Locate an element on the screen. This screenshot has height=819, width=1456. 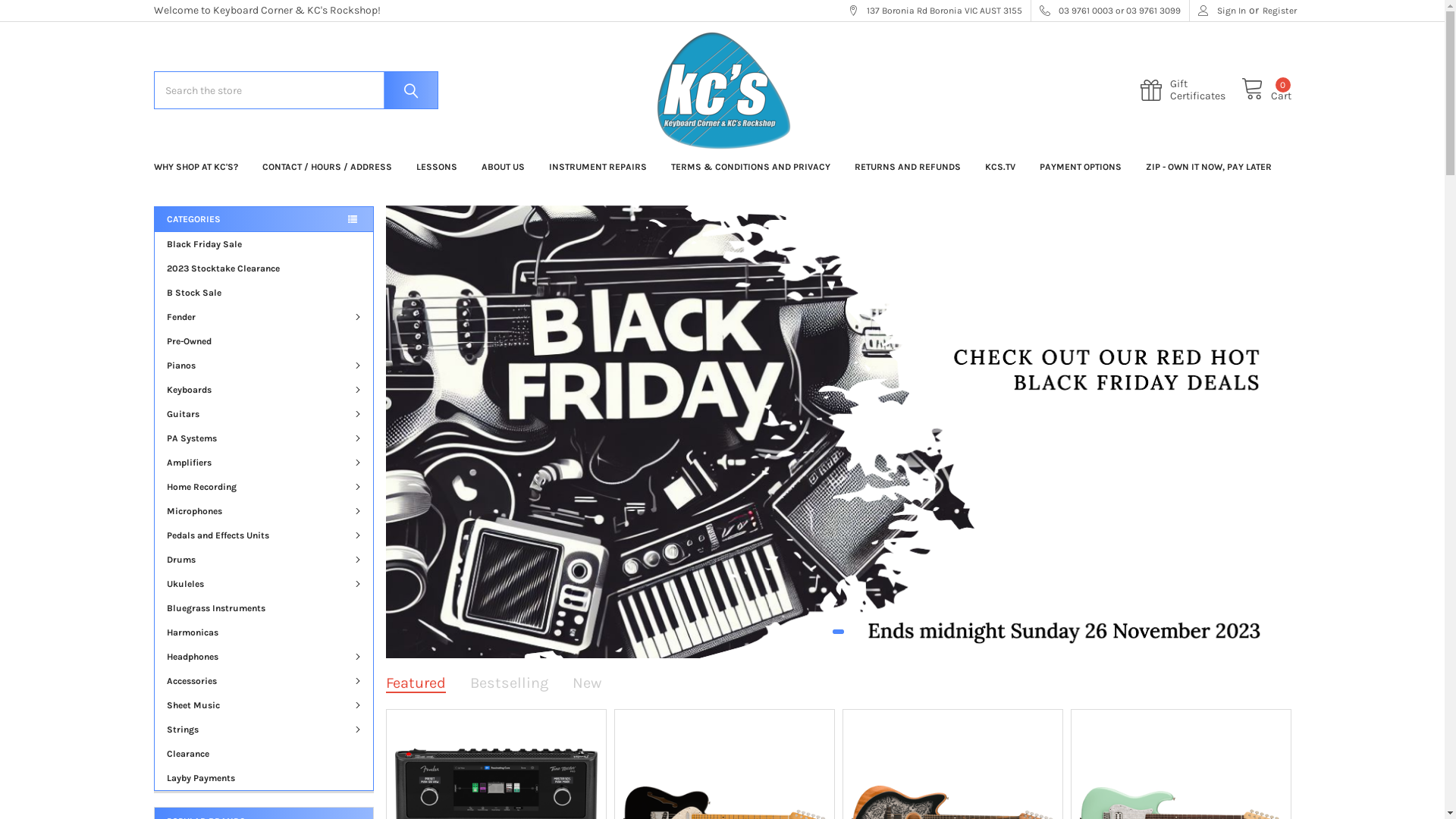
'Headphones' is located at coordinates (263, 656).